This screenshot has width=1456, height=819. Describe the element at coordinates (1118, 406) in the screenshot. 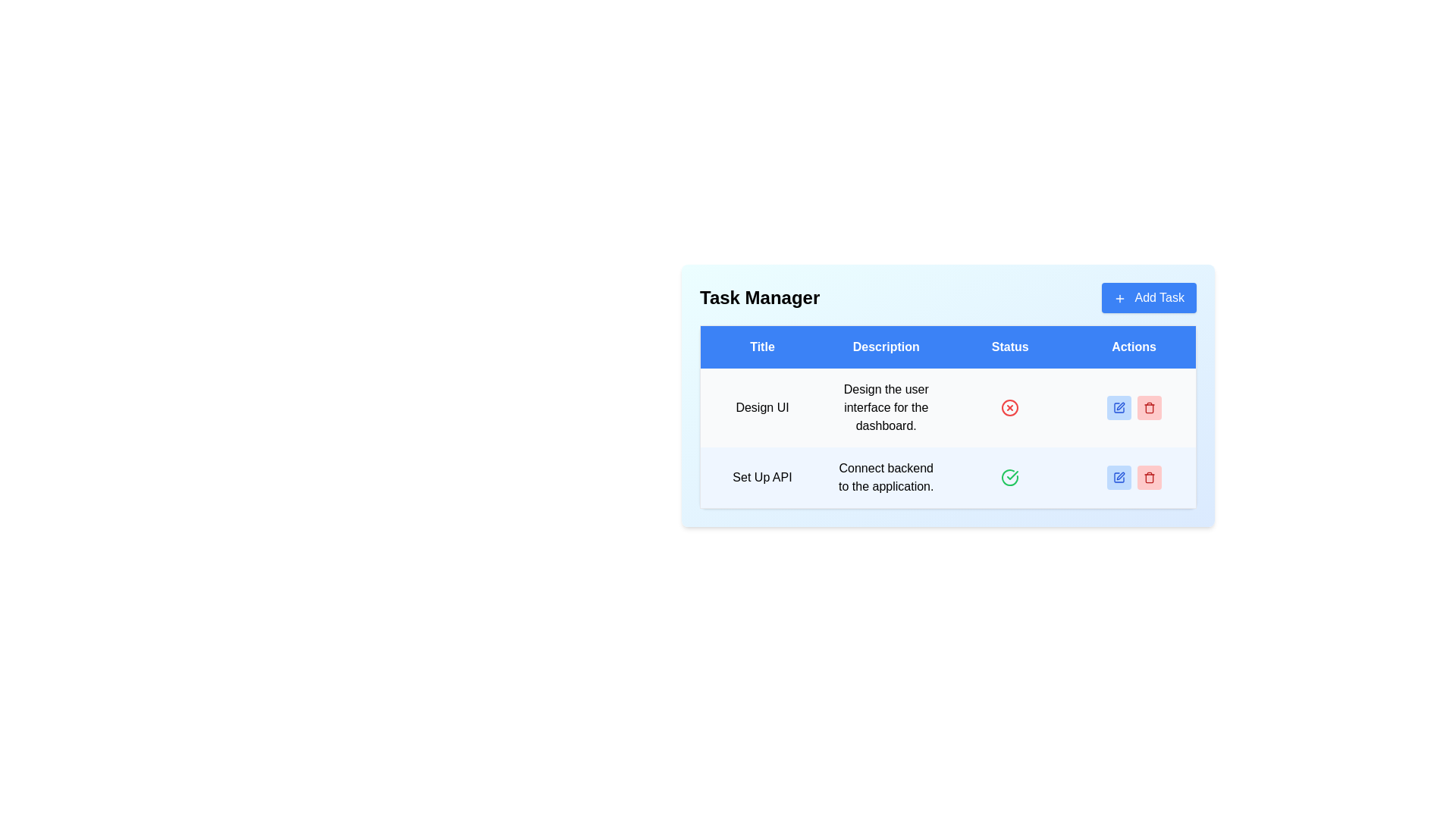

I see `the edit button located in the 'Actions' column of the first row in the table to initiate editing the corresponding task details` at that location.